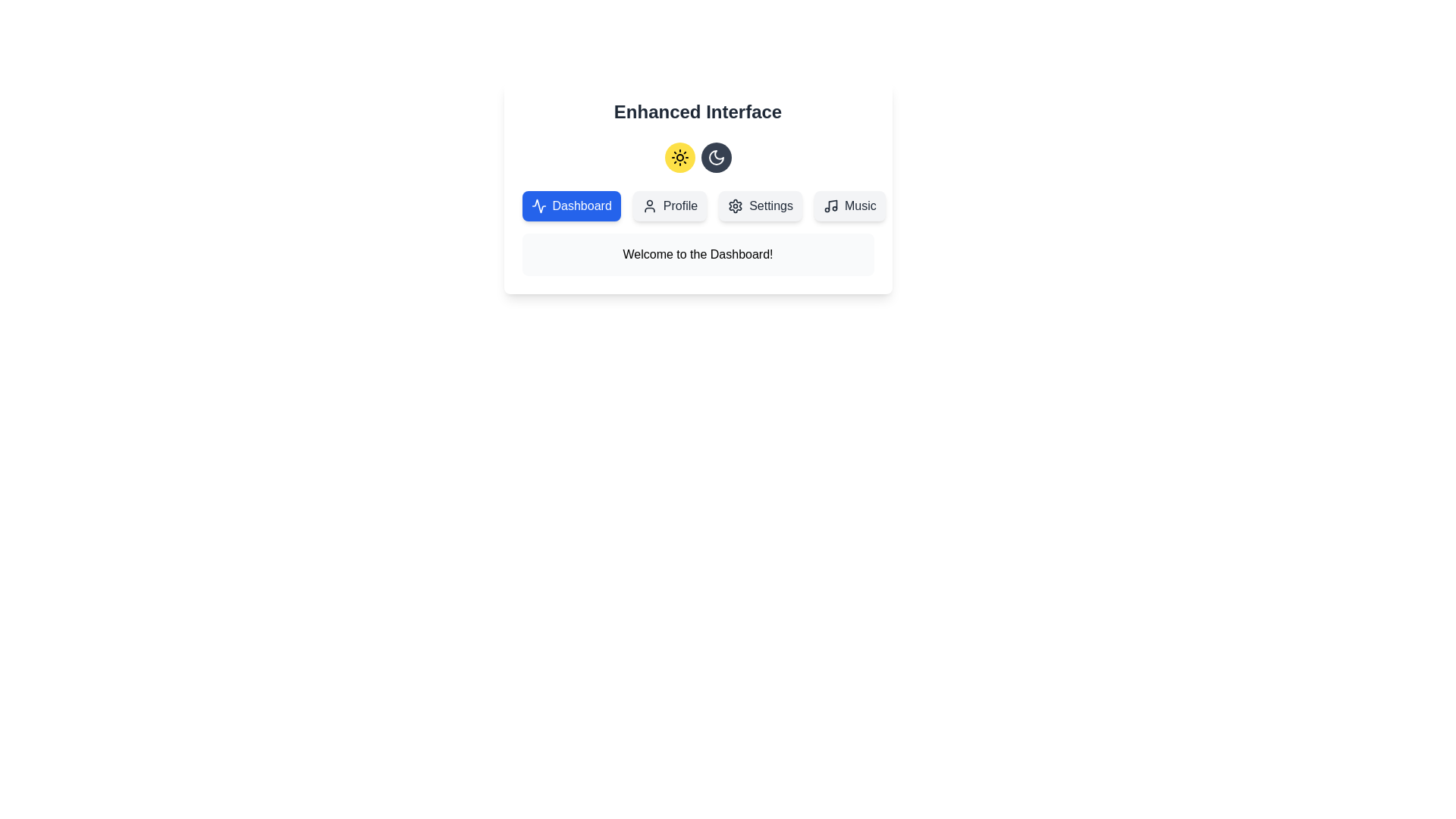  Describe the element at coordinates (697, 158) in the screenshot. I see `the left button of the toggle bar with a sun icon` at that location.